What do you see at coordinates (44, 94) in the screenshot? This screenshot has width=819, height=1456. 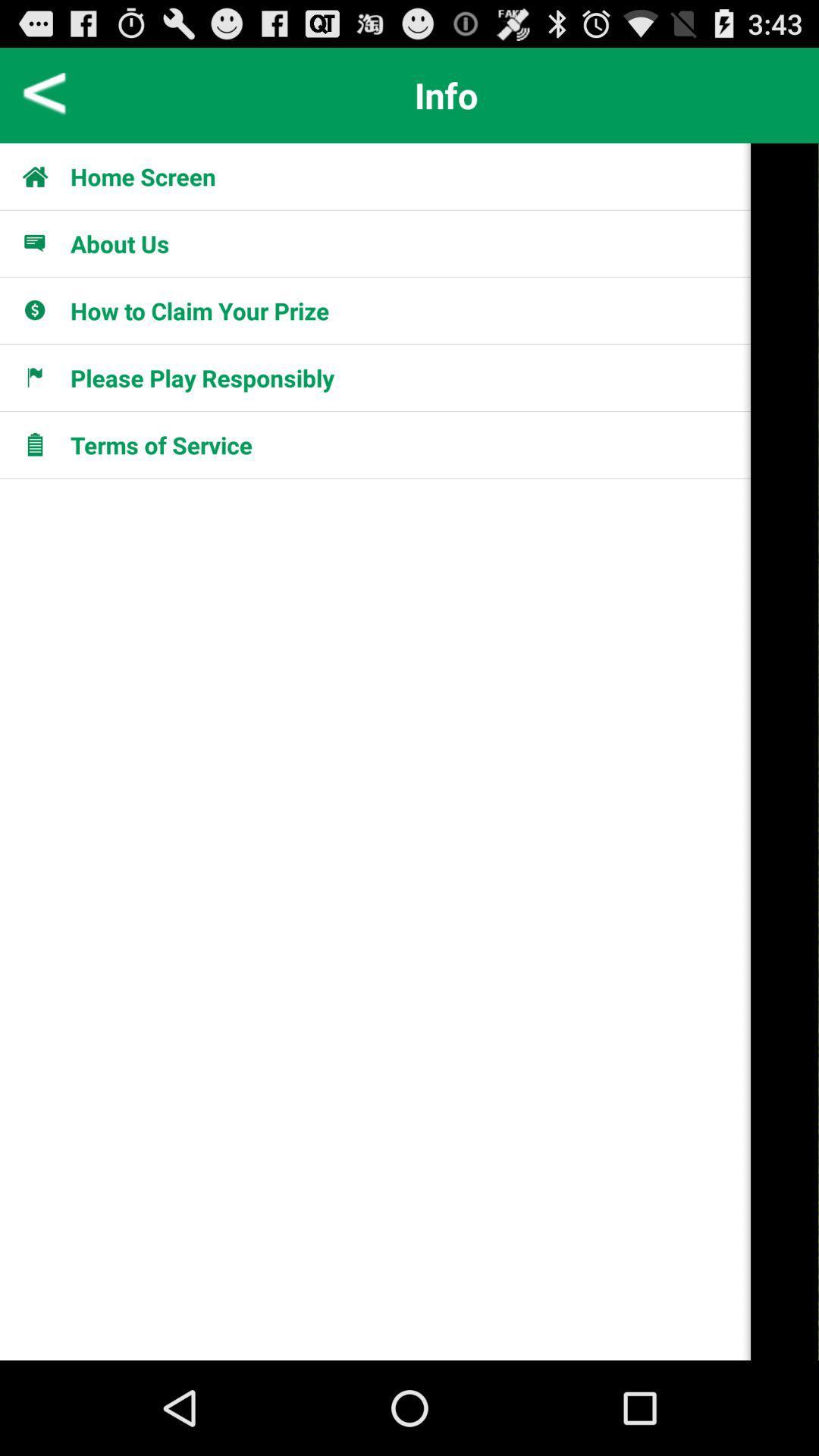 I see `item to the left of the info icon` at bounding box center [44, 94].